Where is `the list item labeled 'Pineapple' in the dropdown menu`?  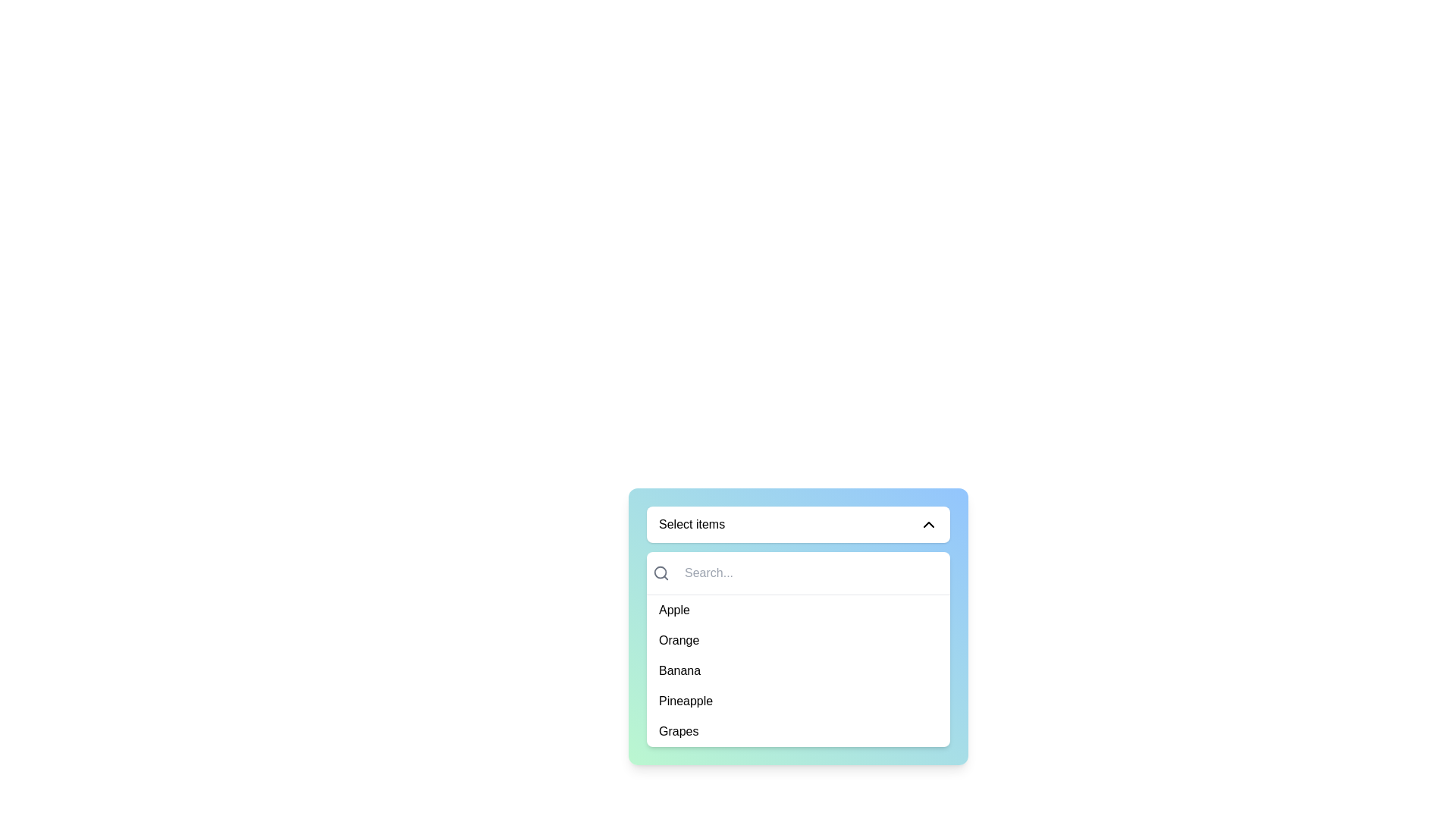 the list item labeled 'Pineapple' in the dropdown menu is located at coordinates (797, 701).